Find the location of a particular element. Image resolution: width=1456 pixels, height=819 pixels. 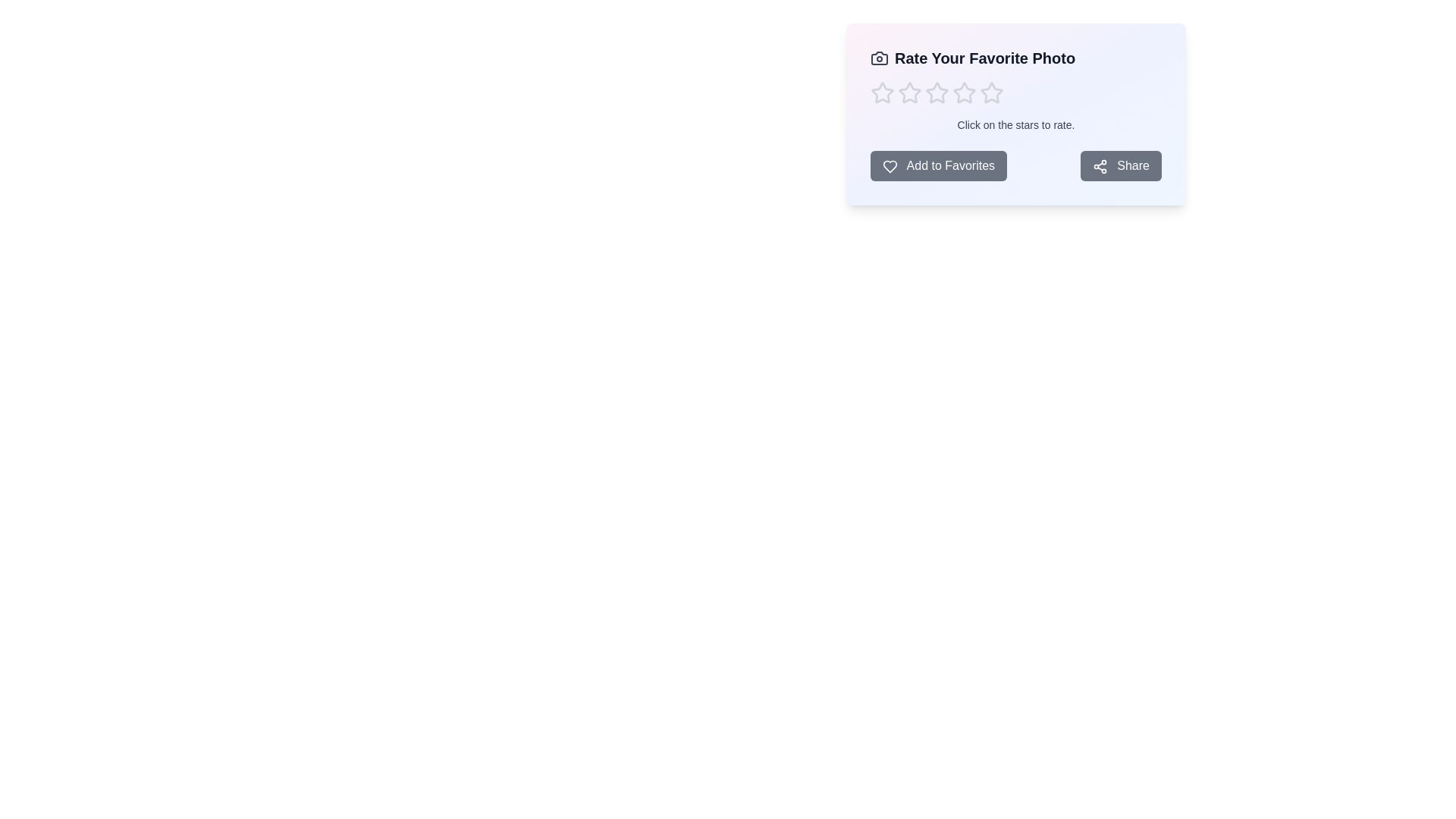

the camera icon located in the upper-left corner of the card layout, which is styled with a thin stroke and is positioned next to the text 'Rate Your Favorite Photo' is located at coordinates (880, 58).